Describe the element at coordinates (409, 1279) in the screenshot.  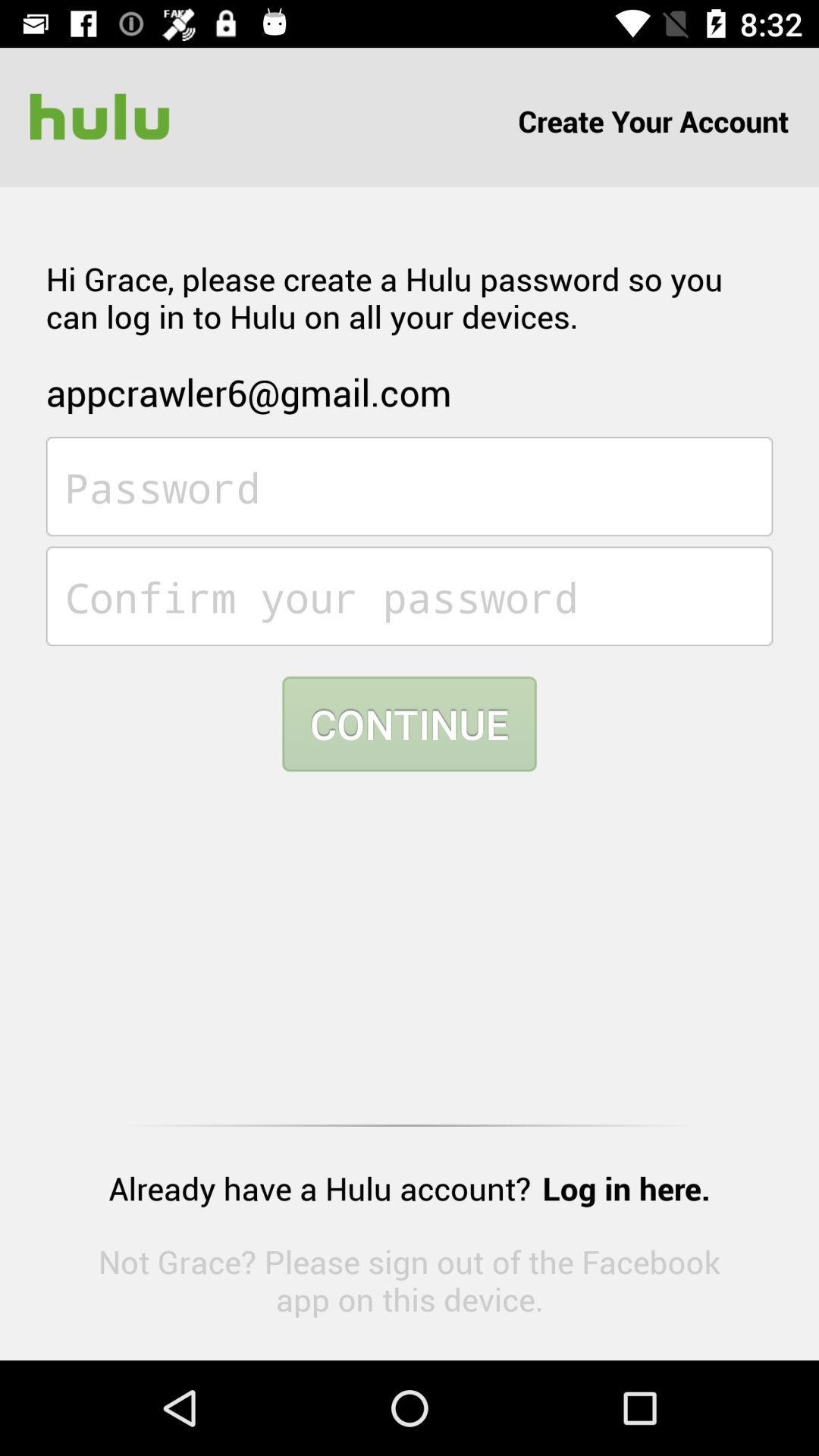
I see `item below already have a item` at that location.